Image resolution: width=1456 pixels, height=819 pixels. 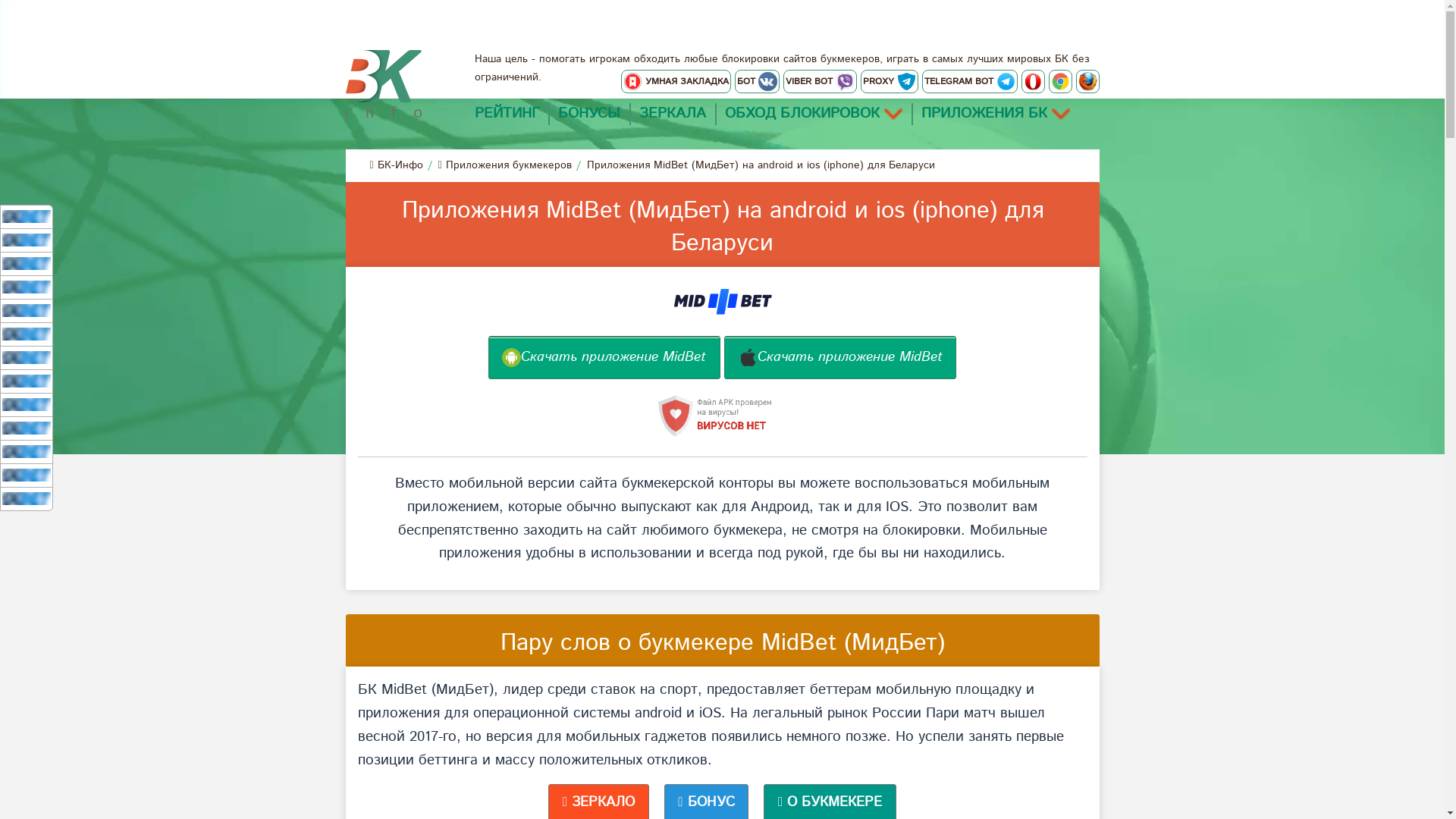 I want to click on 'Pinnacle', so click(x=2, y=287).